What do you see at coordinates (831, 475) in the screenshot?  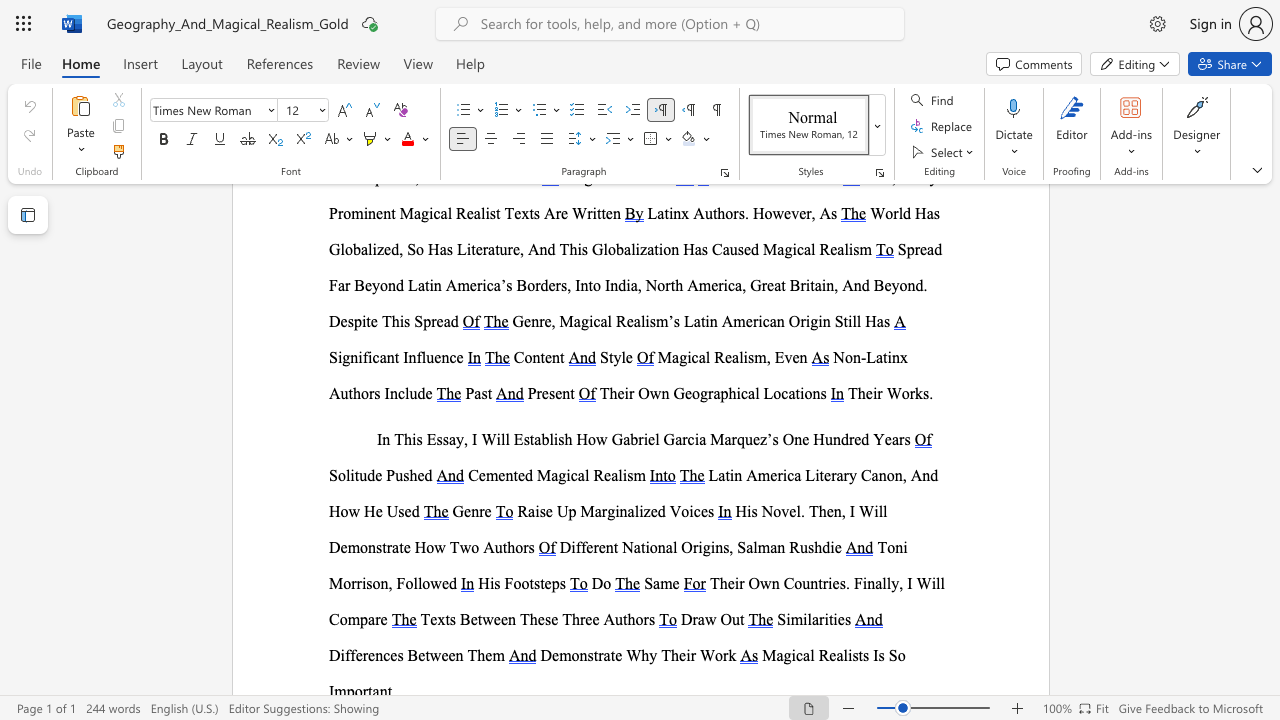 I see `the subset text "rar" within the text "Latin America Literary Canon, And How He Used"` at bounding box center [831, 475].